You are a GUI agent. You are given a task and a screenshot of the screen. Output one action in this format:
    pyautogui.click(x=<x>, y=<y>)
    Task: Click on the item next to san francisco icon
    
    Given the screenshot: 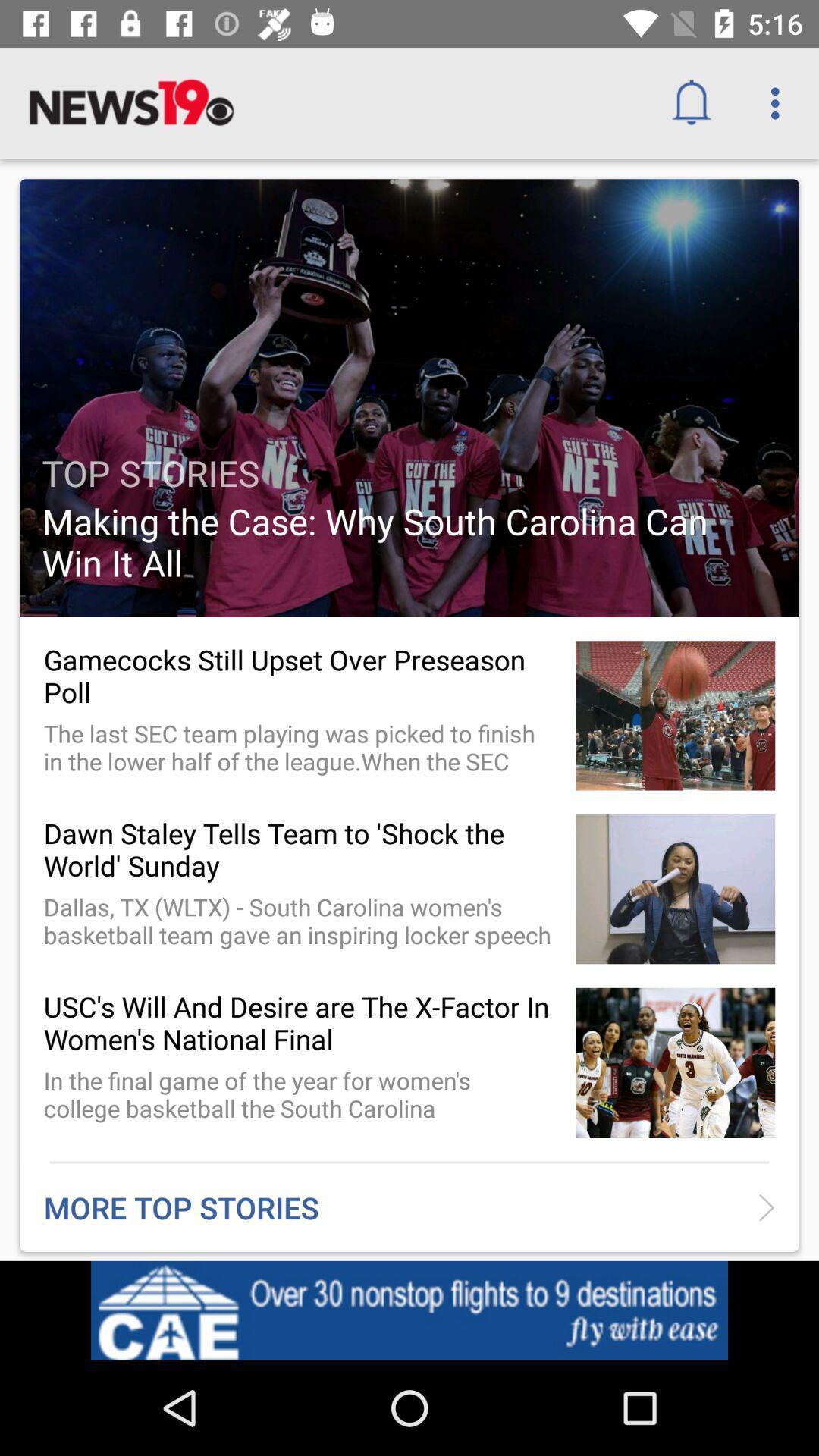 What is the action you would take?
    pyautogui.click(x=697, y=1314)
    